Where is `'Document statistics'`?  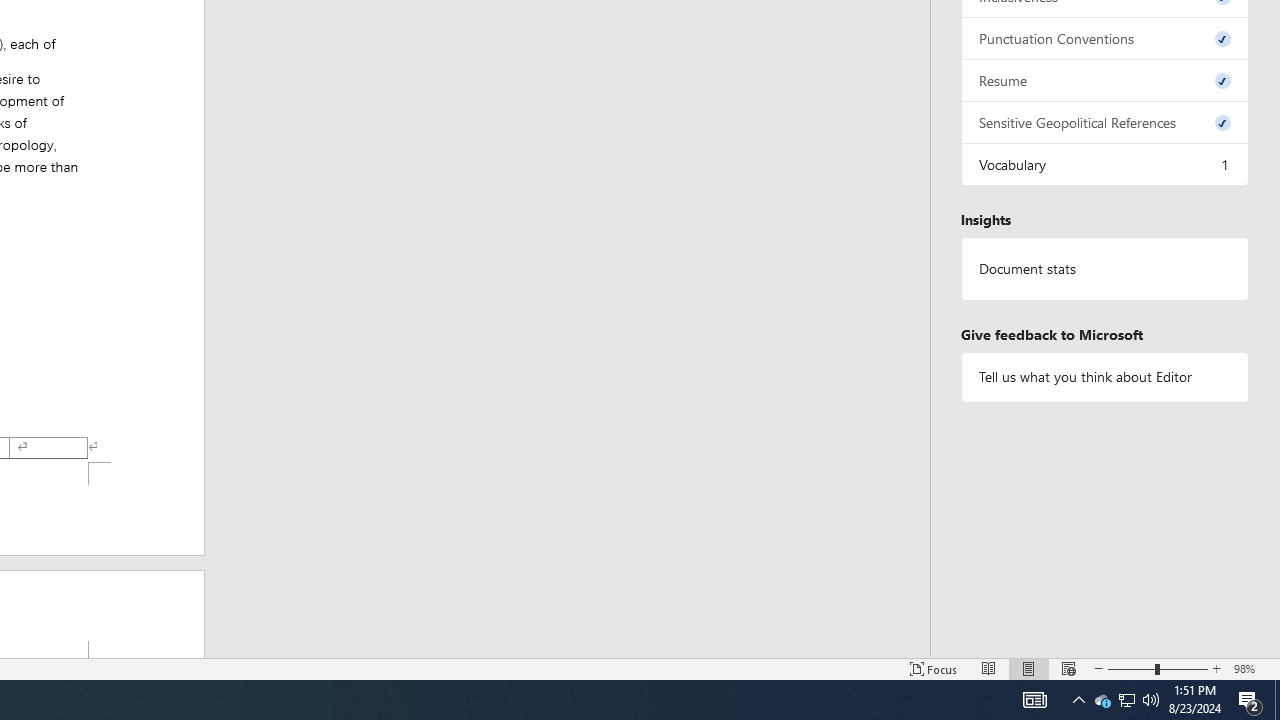 'Document statistics' is located at coordinates (1104, 268).